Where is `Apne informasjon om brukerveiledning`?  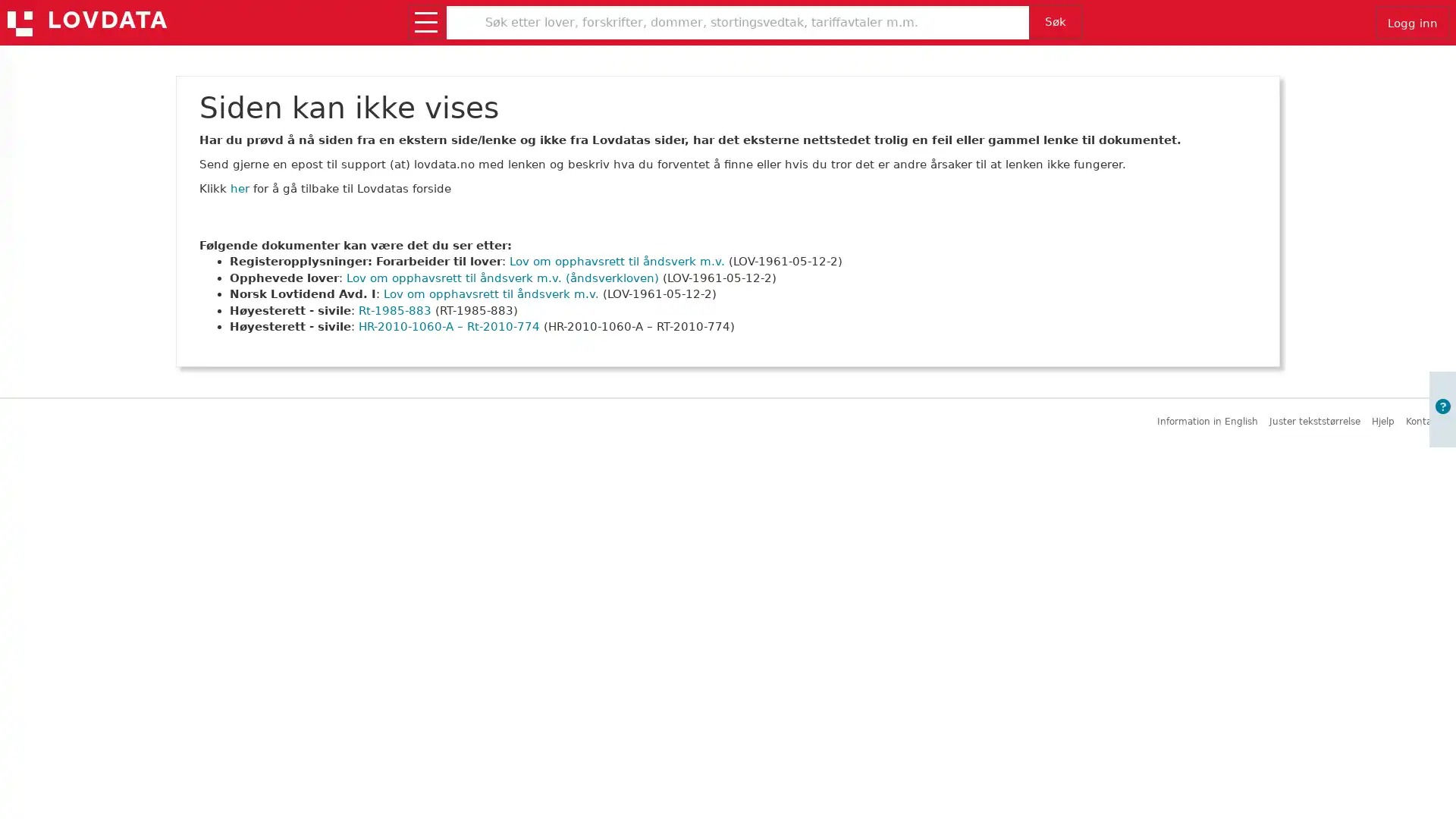 Apne informasjon om brukerveiledning is located at coordinates (1441, 407).